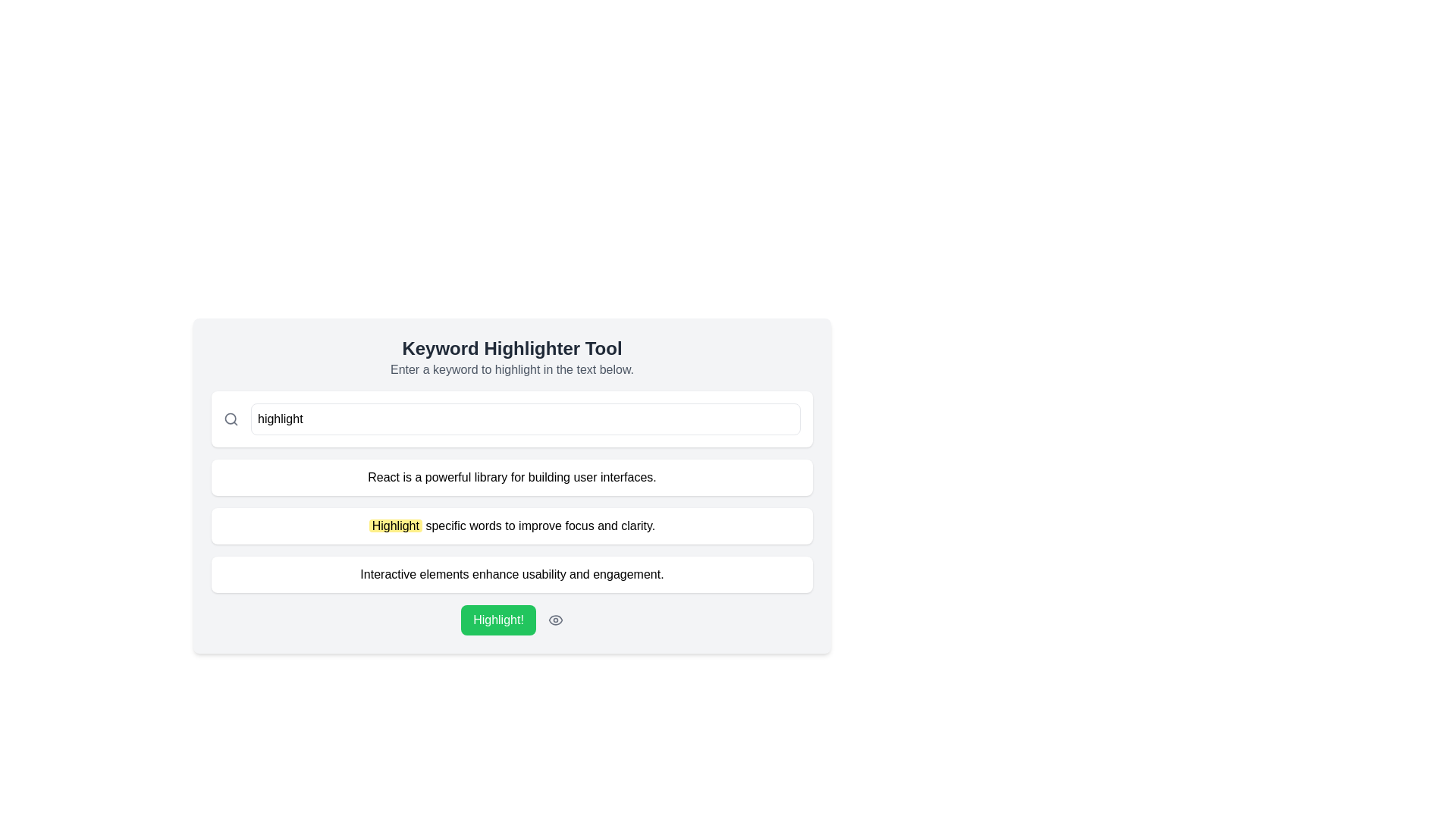  I want to click on the static text element displaying 'Enter a keyword, so click(512, 370).